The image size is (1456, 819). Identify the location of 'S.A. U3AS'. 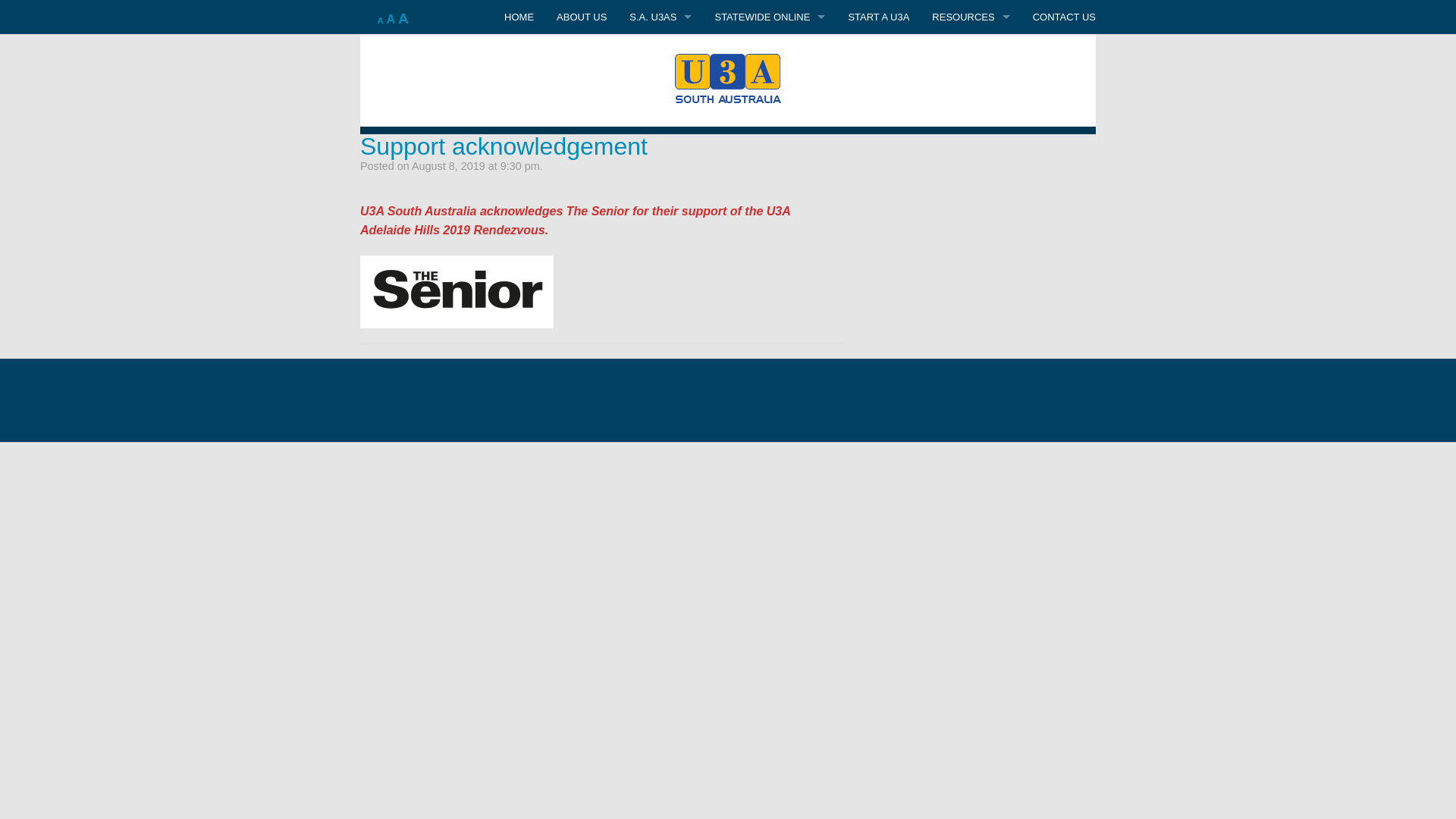
(618, 17).